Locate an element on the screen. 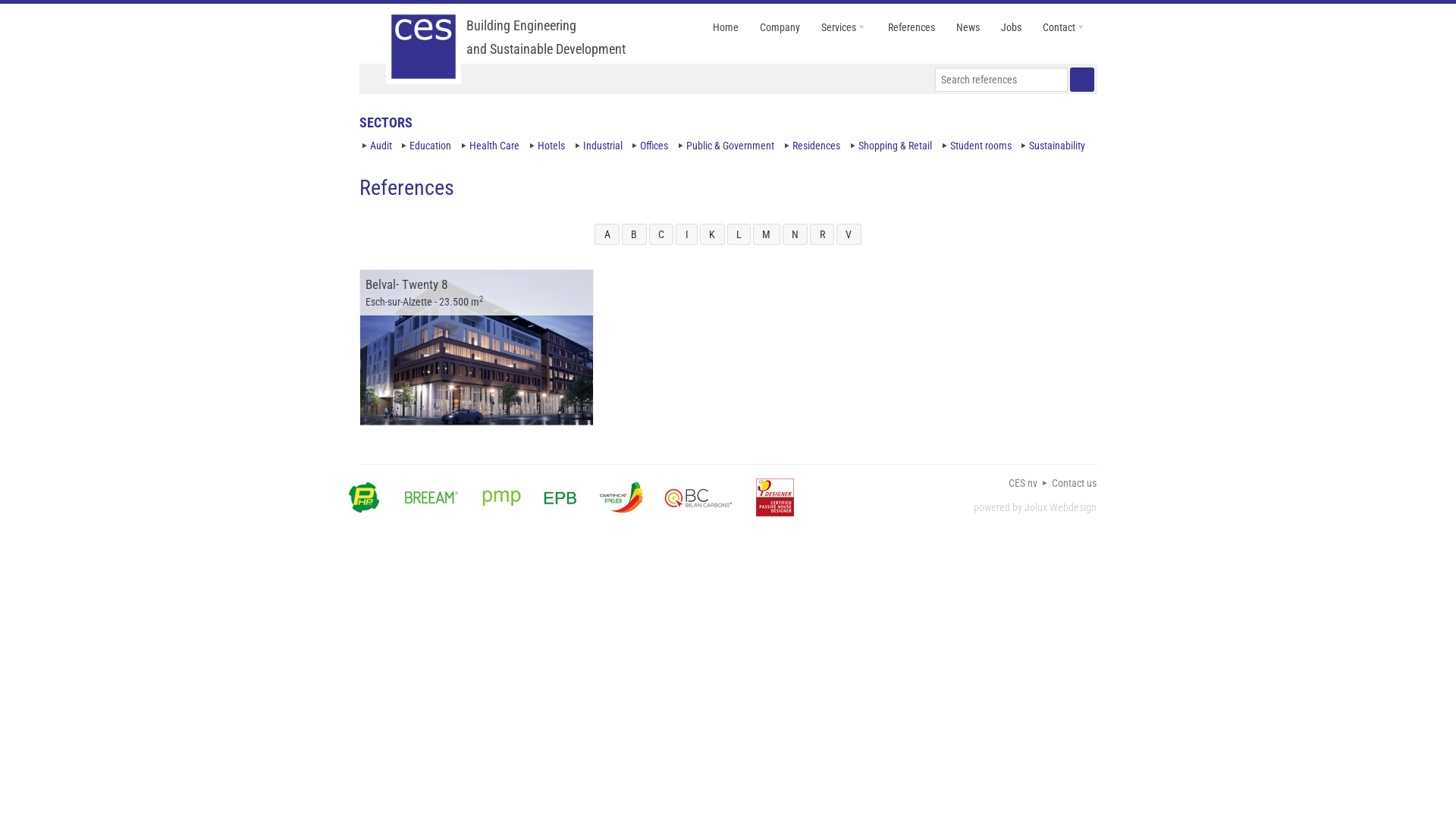 Image resolution: width=1456 pixels, height=819 pixels. 'M' is located at coordinates (753, 234).